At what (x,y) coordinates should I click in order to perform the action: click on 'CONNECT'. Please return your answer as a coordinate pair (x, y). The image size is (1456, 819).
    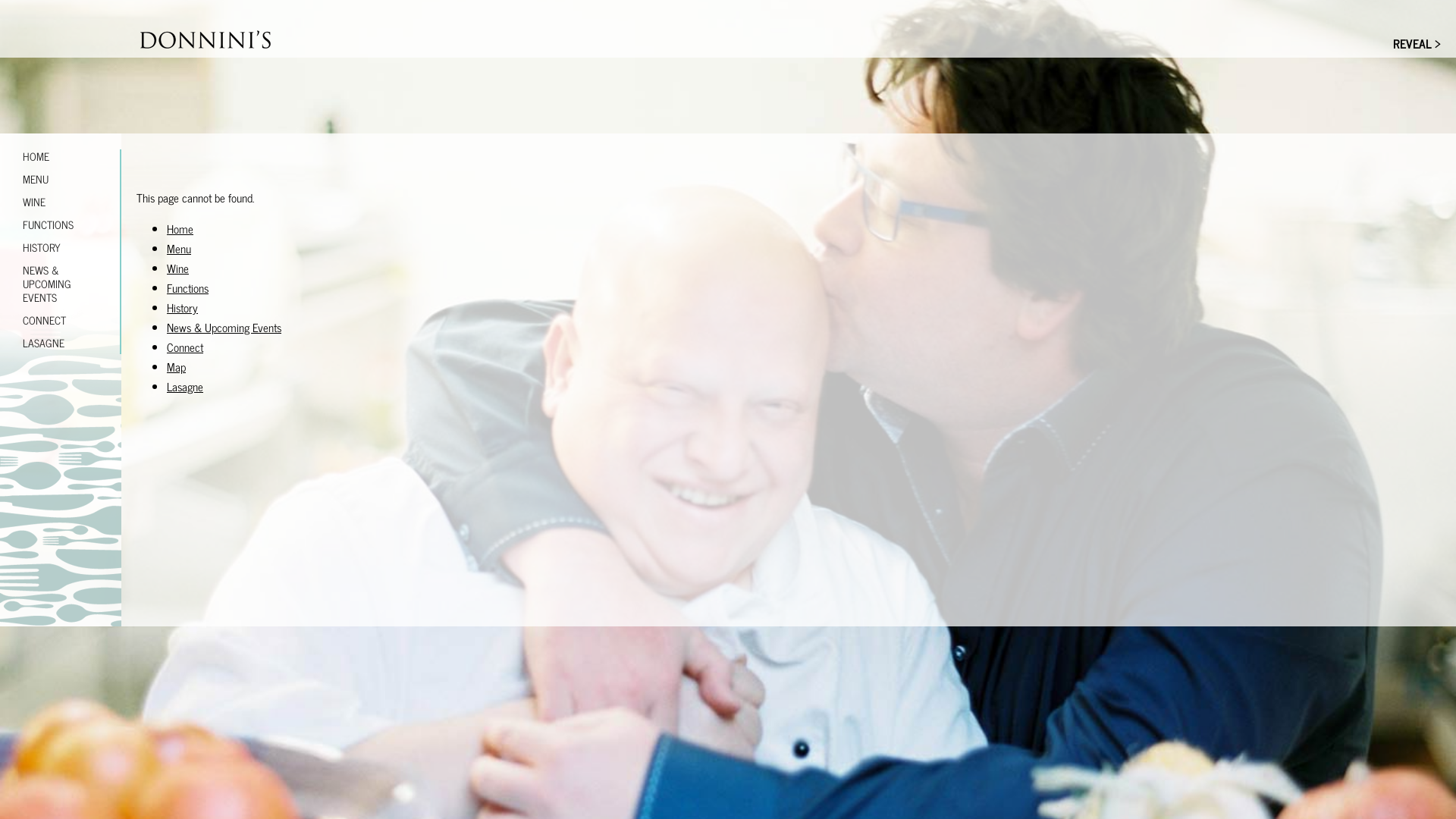
    Looking at the image, I should click on (61, 318).